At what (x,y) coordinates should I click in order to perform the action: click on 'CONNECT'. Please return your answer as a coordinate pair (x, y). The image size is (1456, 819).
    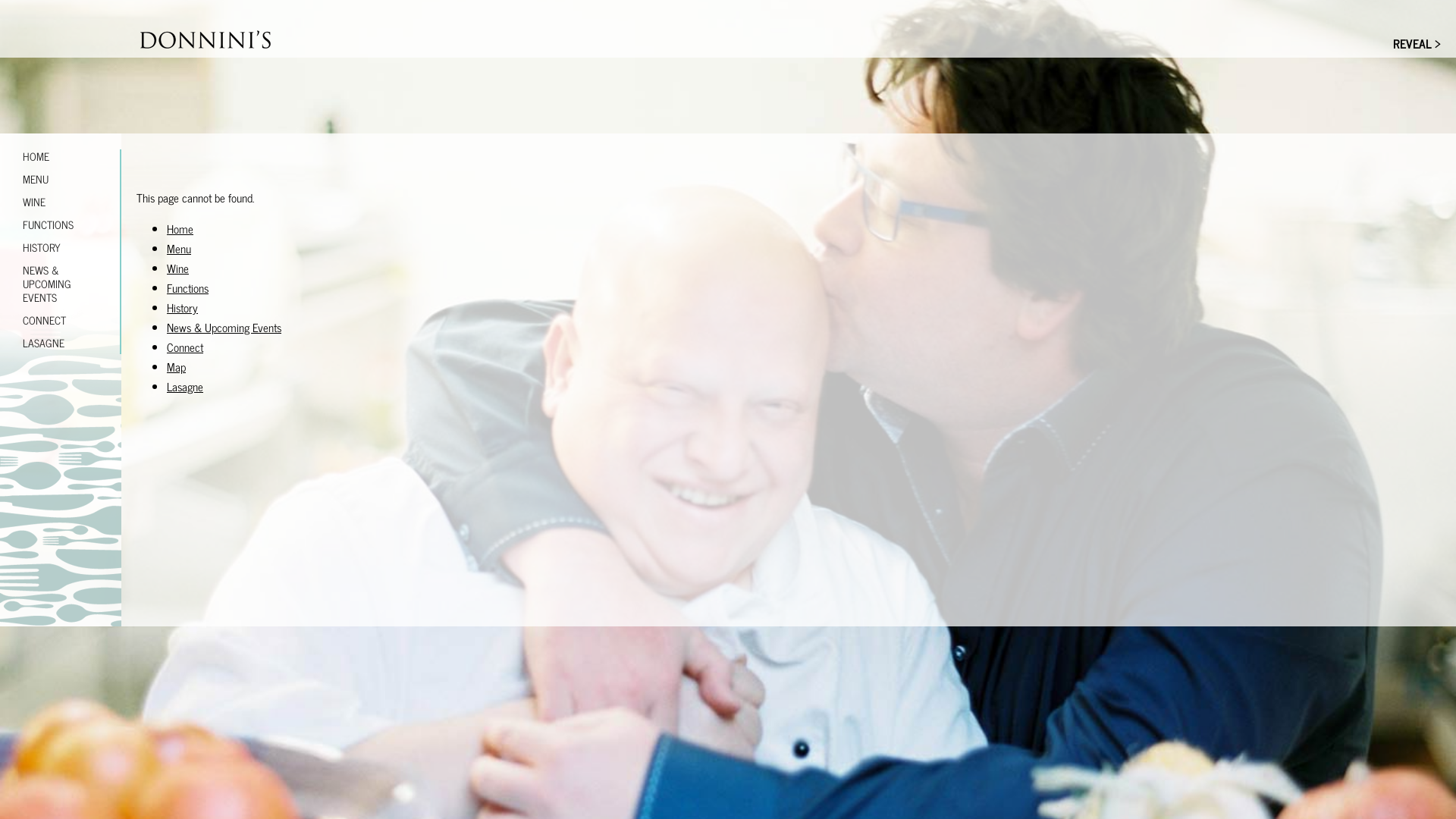
    Looking at the image, I should click on (61, 318).